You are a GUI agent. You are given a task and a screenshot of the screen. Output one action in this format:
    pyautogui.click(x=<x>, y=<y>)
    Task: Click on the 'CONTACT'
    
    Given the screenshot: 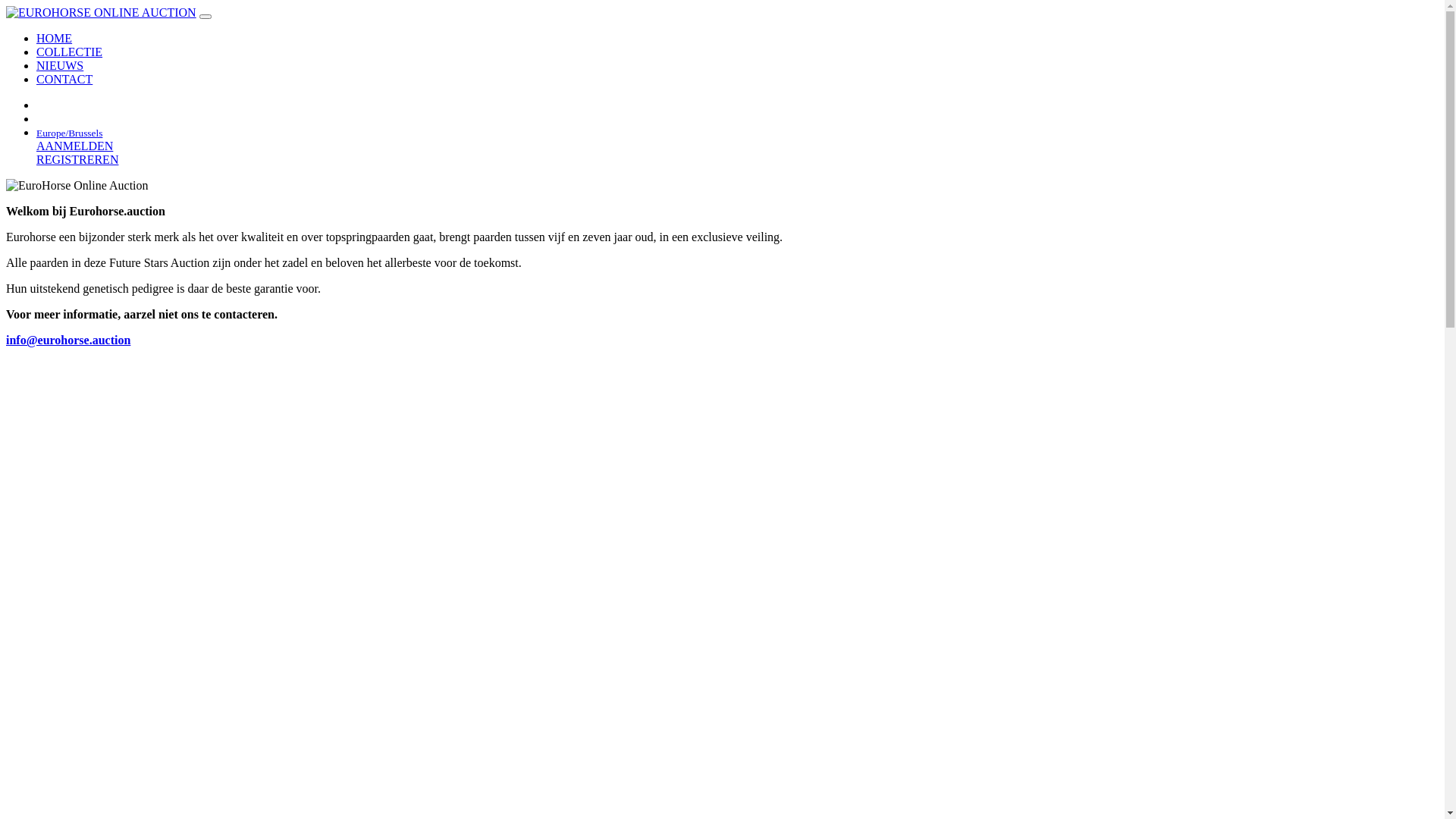 What is the action you would take?
    pyautogui.click(x=36, y=79)
    